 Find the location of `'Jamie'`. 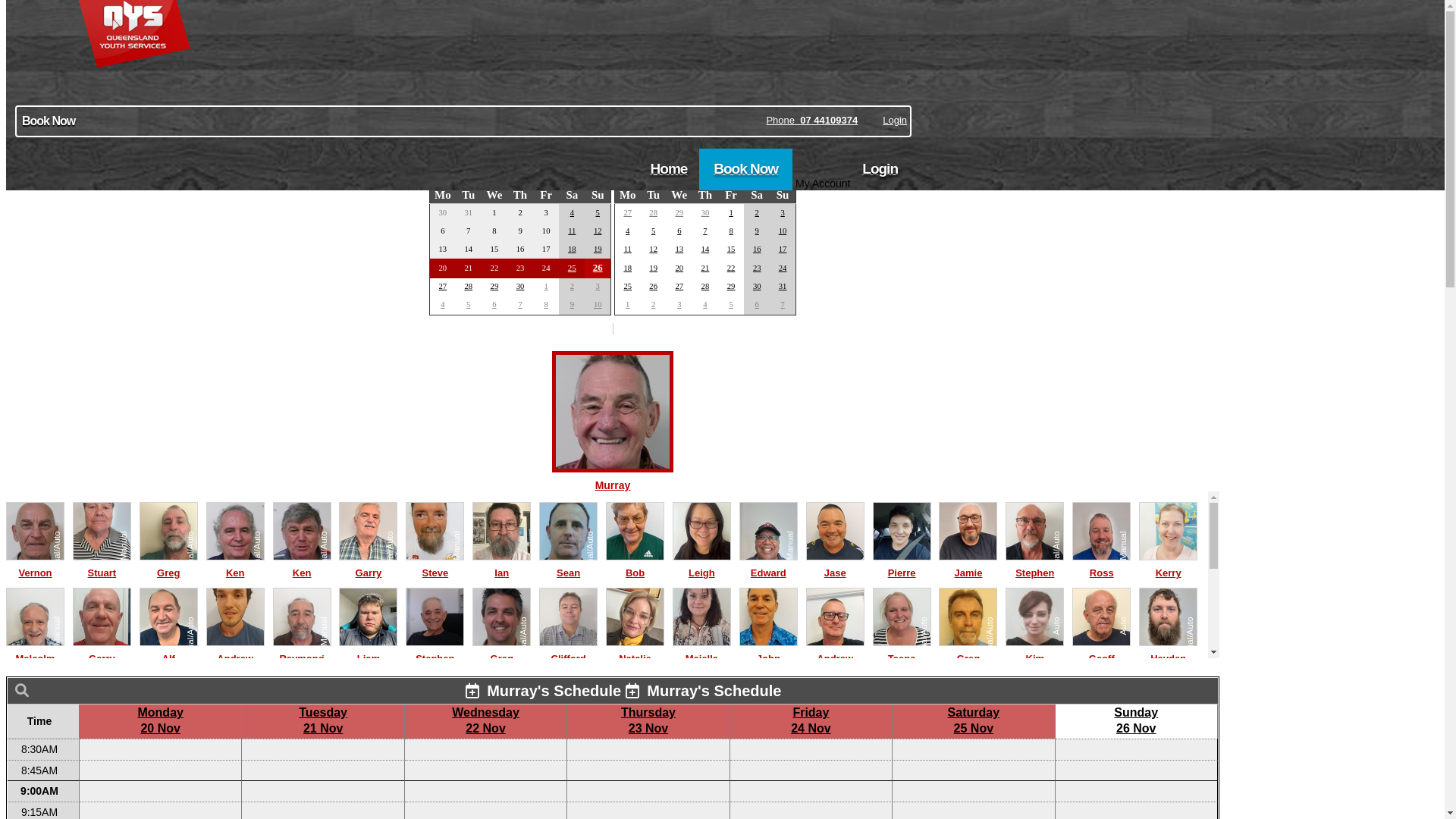

'Jamie' is located at coordinates (967, 565).